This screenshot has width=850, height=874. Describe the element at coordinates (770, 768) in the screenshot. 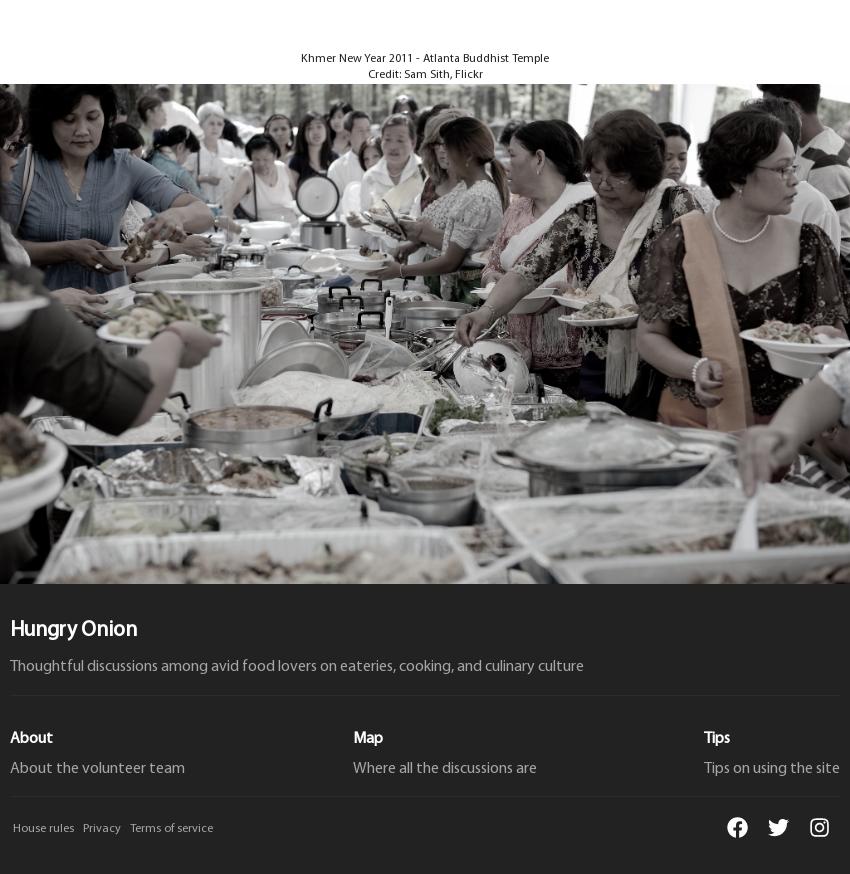

I see `'Tips on using the site'` at that location.